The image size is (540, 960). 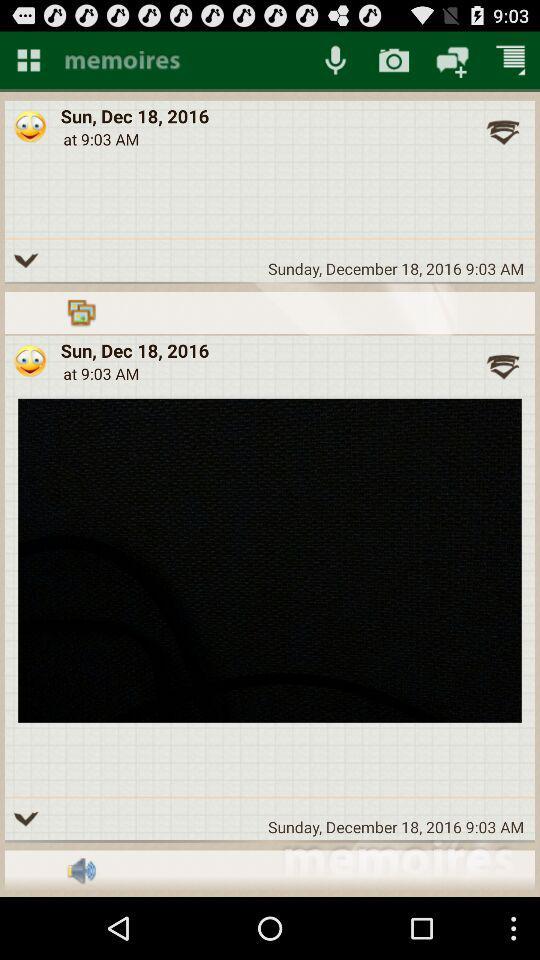 What do you see at coordinates (452, 64) in the screenshot?
I see `the chat icon` at bounding box center [452, 64].